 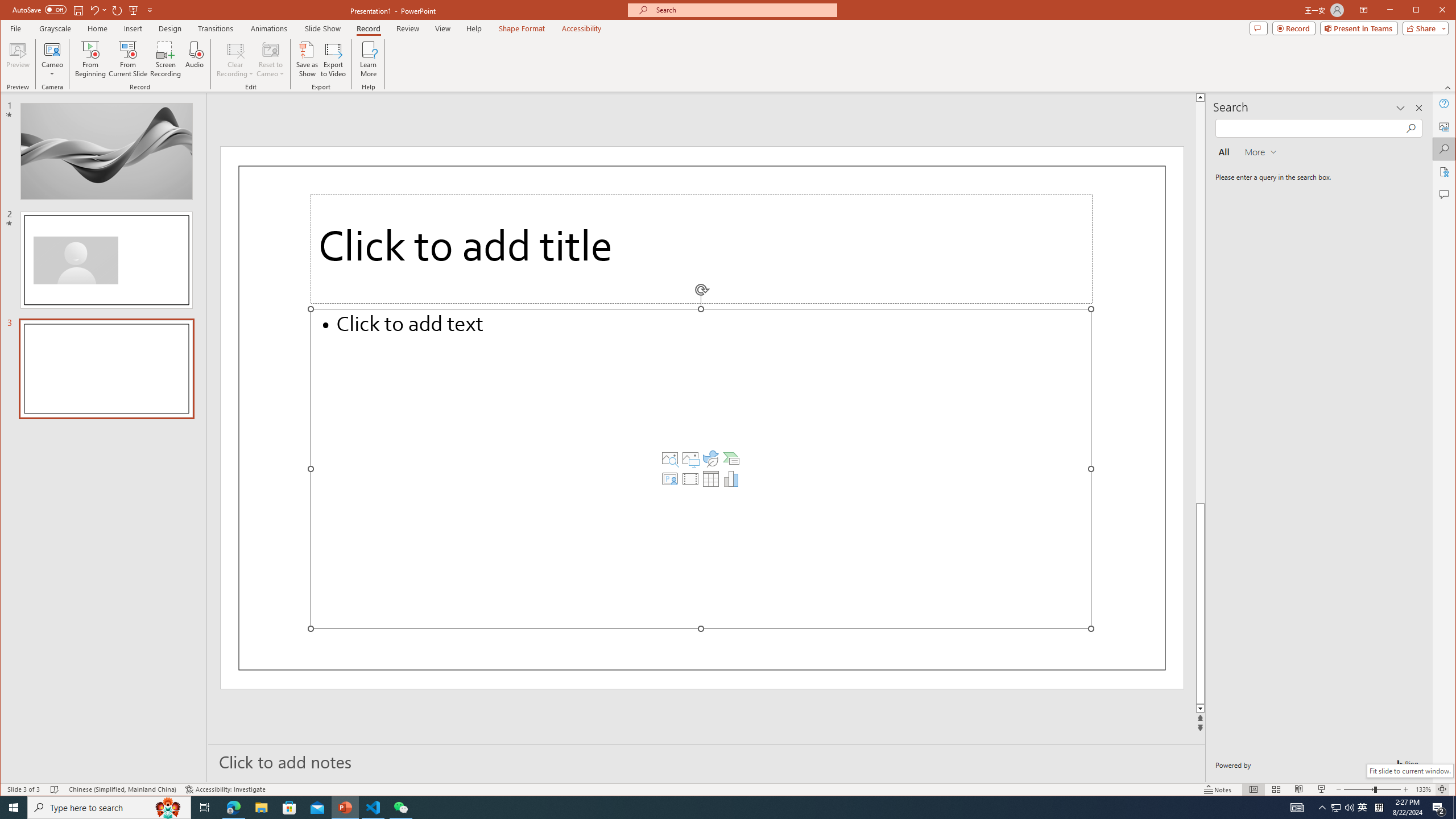 I want to click on 'Insert Video', so click(x=689, y=479).